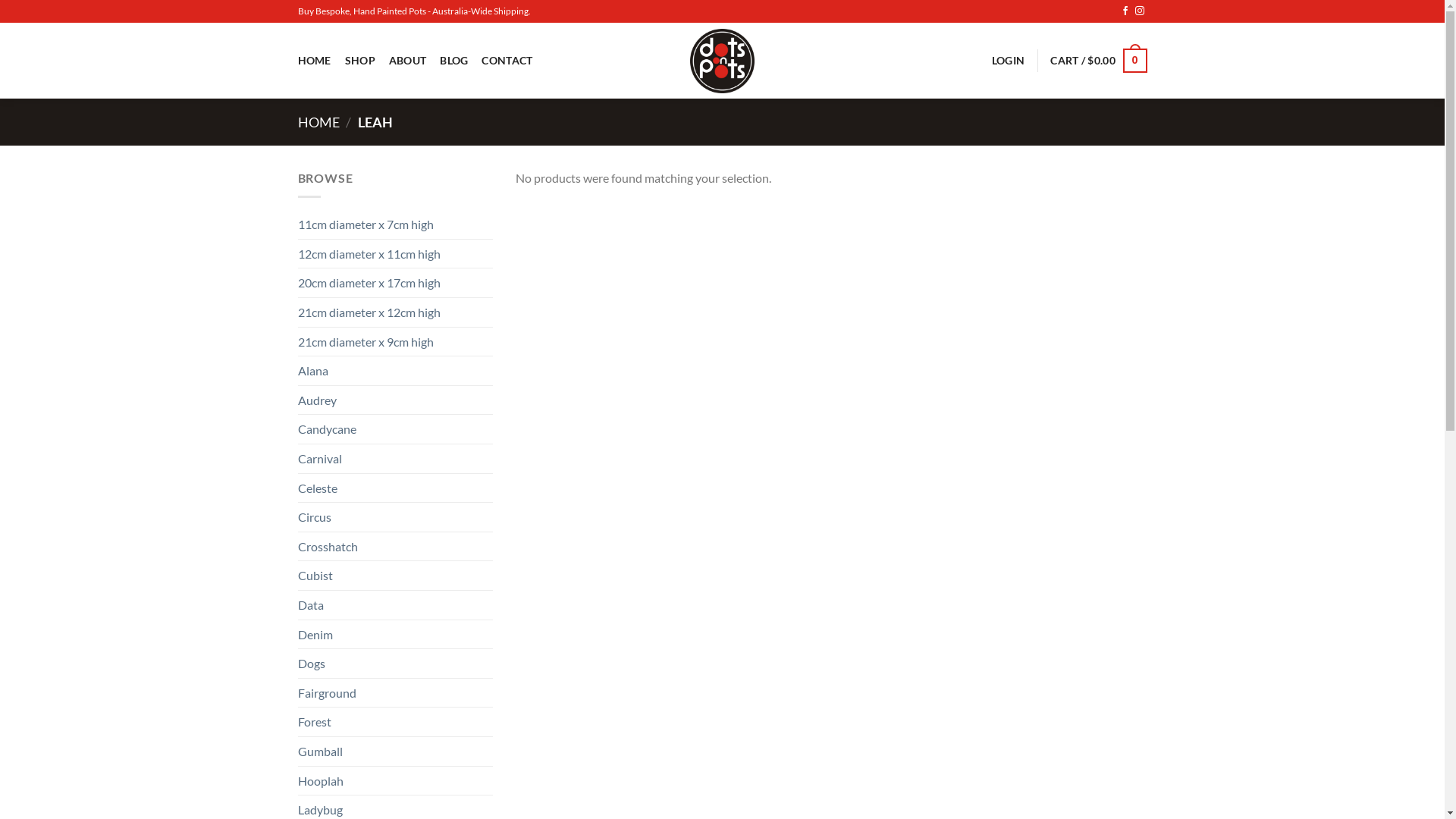 This screenshot has height=819, width=1456. I want to click on 'Fairground', so click(395, 693).